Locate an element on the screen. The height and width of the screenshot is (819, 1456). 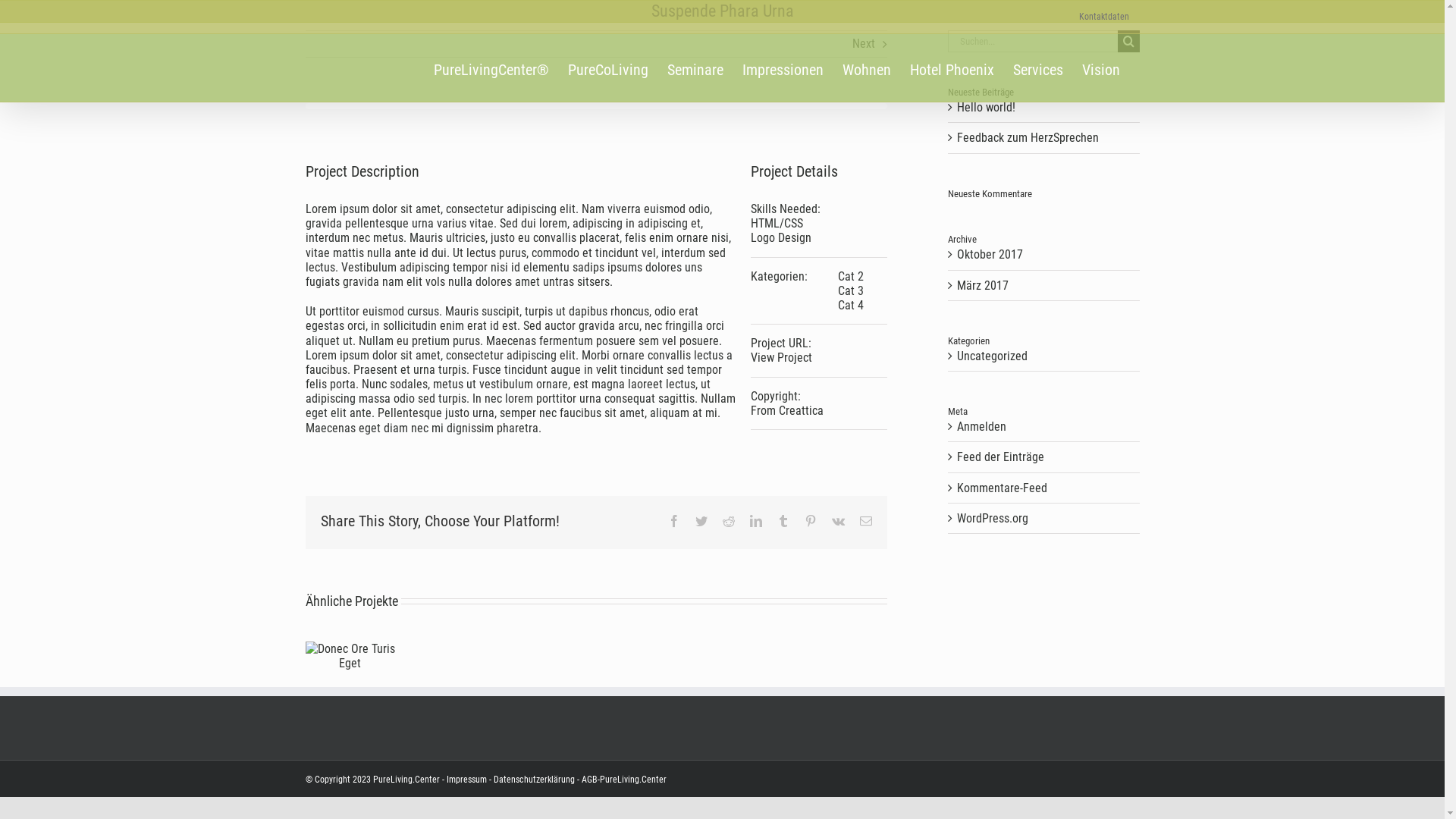
'AGB-PureLiving.Center' is located at coordinates (578, 780).